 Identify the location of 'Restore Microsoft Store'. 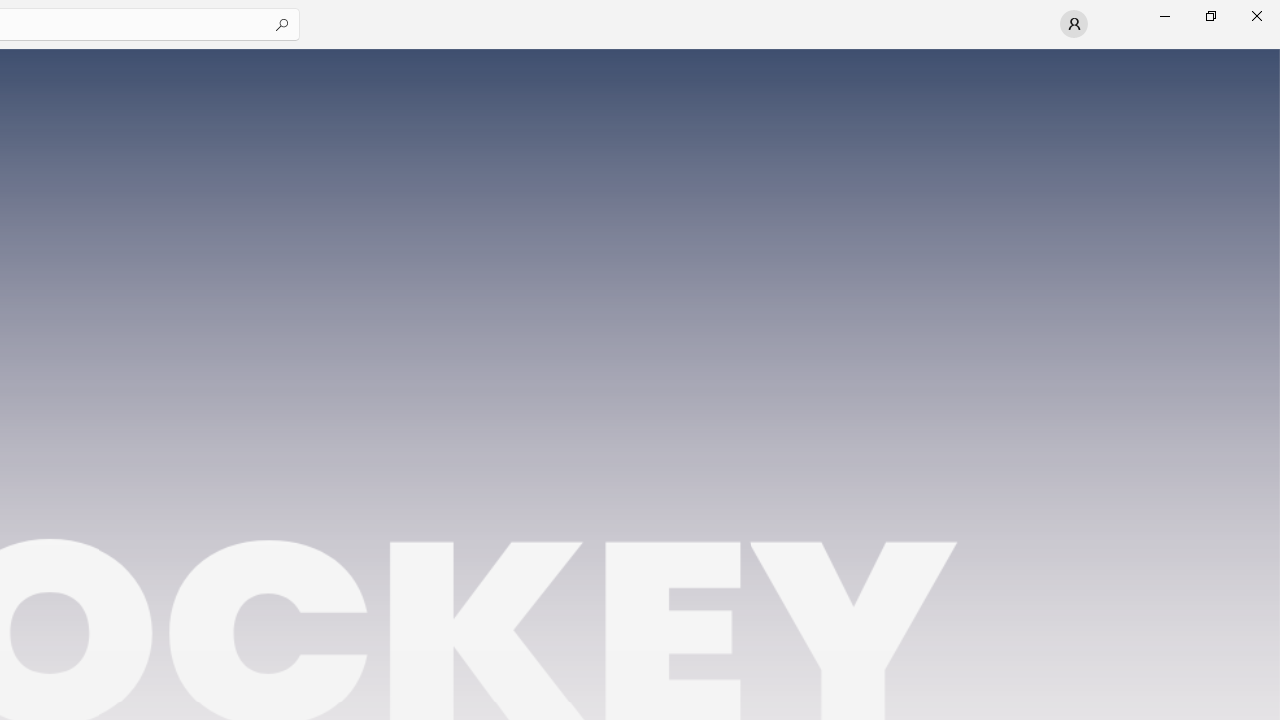
(1209, 15).